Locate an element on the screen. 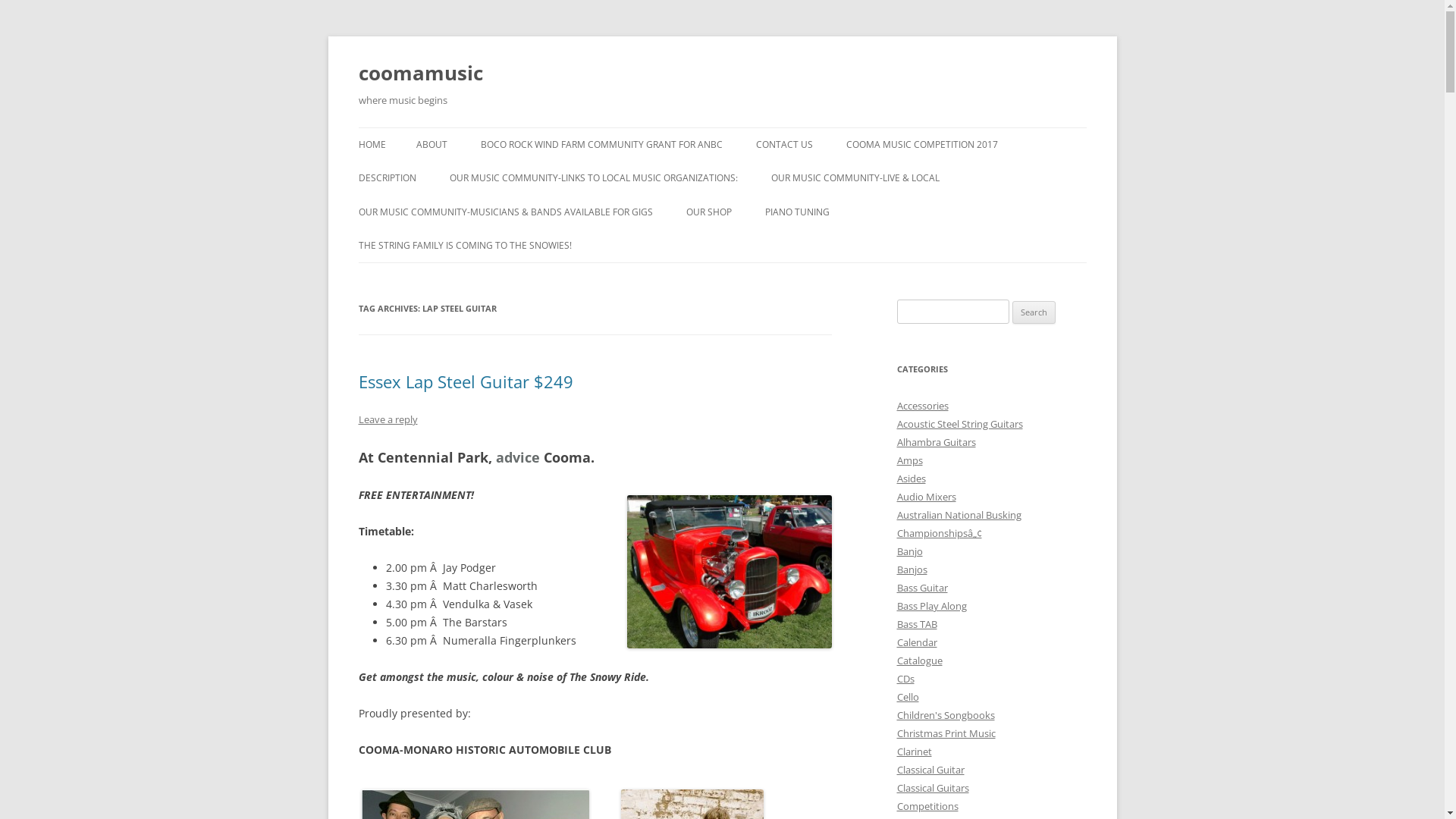 The width and height of the screenshot is (1456, 819). 'CDs' is located at coordinates (905, 677).